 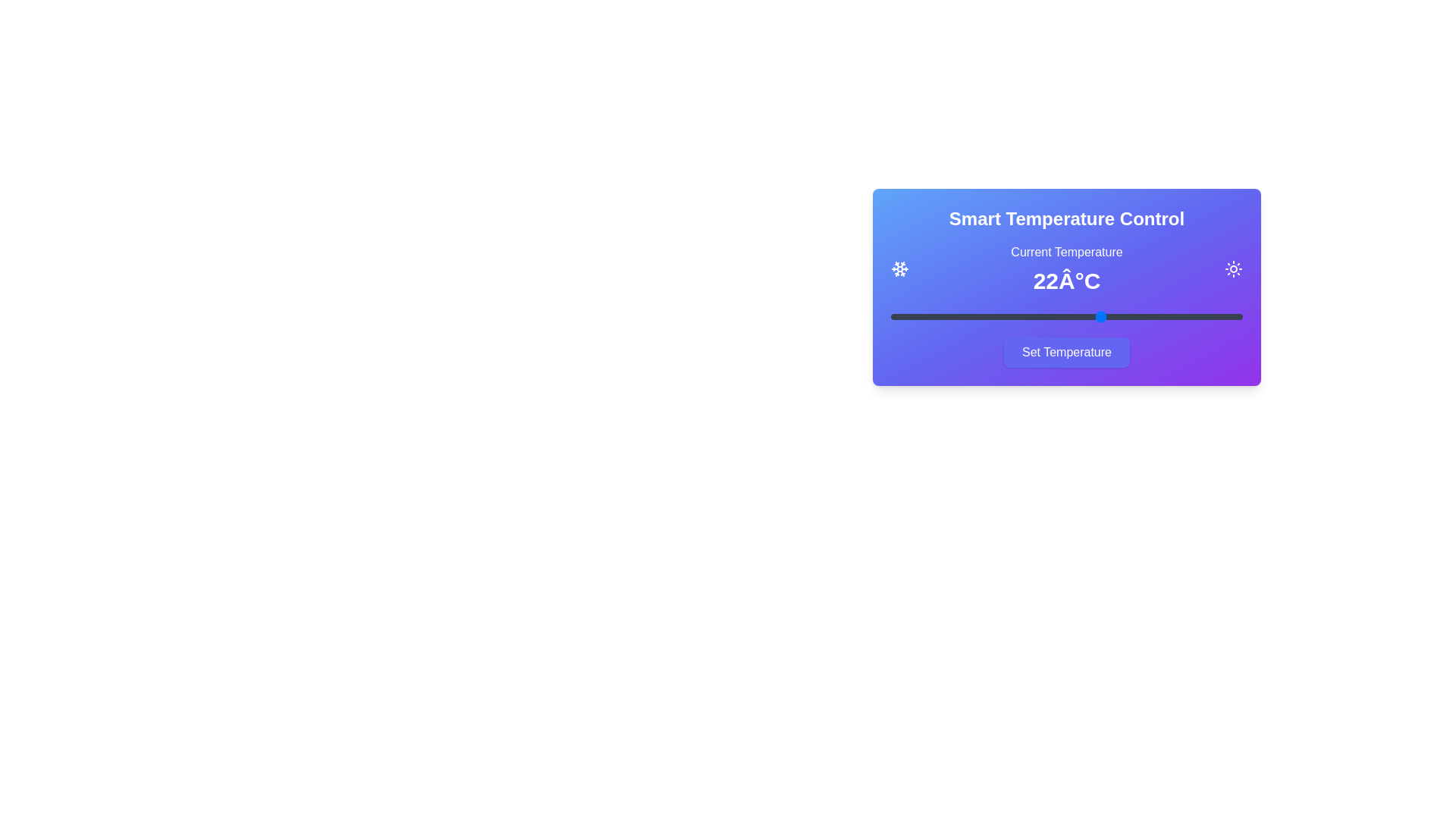 What do you see at coordinates (1172, 315) in the screenshot?
I see `the temperature slider` at bounding box center [1172, 315].